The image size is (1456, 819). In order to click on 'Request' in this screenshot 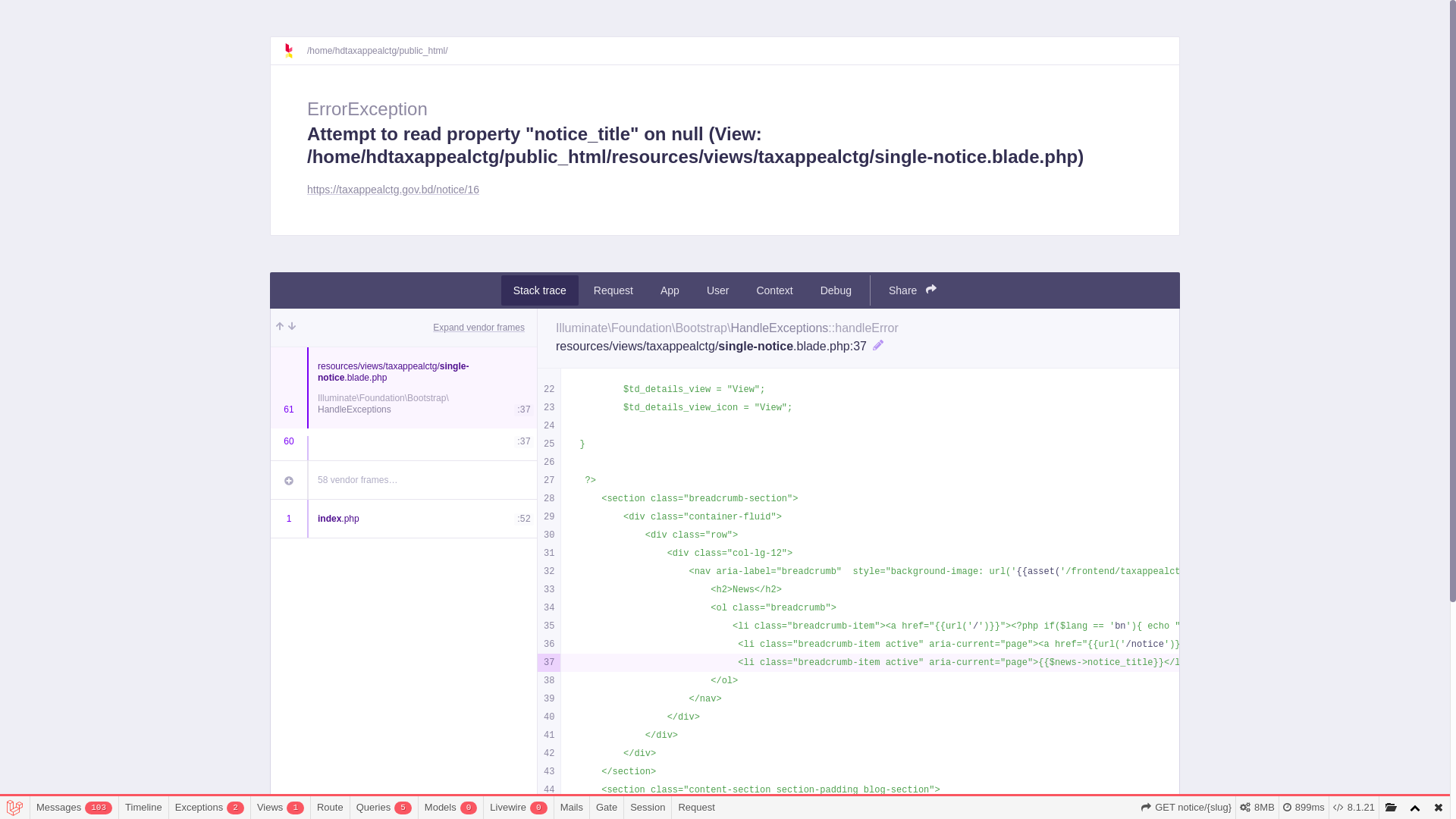, I will do `click(613, 290)`.